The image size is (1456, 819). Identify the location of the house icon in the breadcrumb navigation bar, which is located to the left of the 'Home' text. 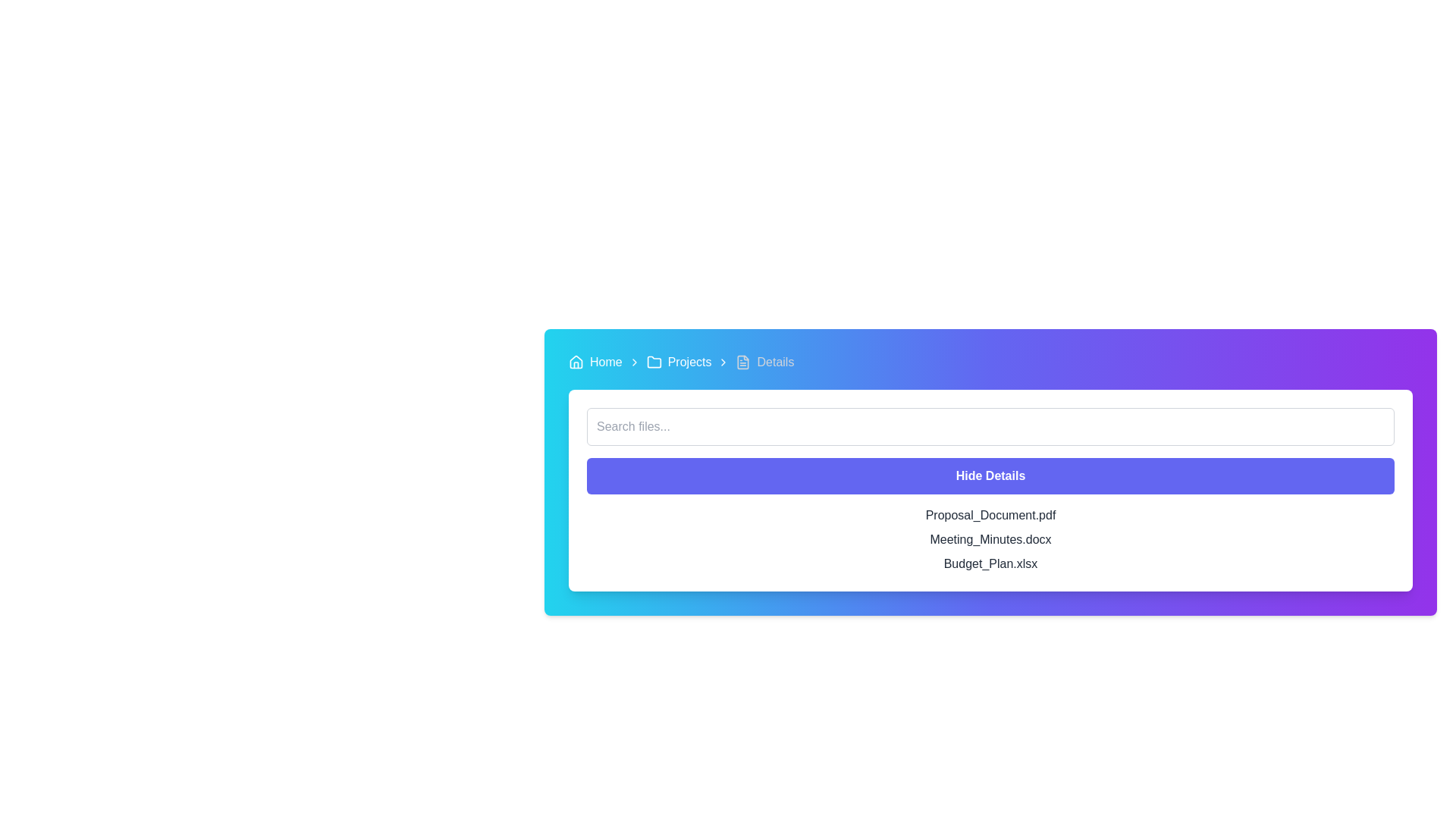
(575, 362).